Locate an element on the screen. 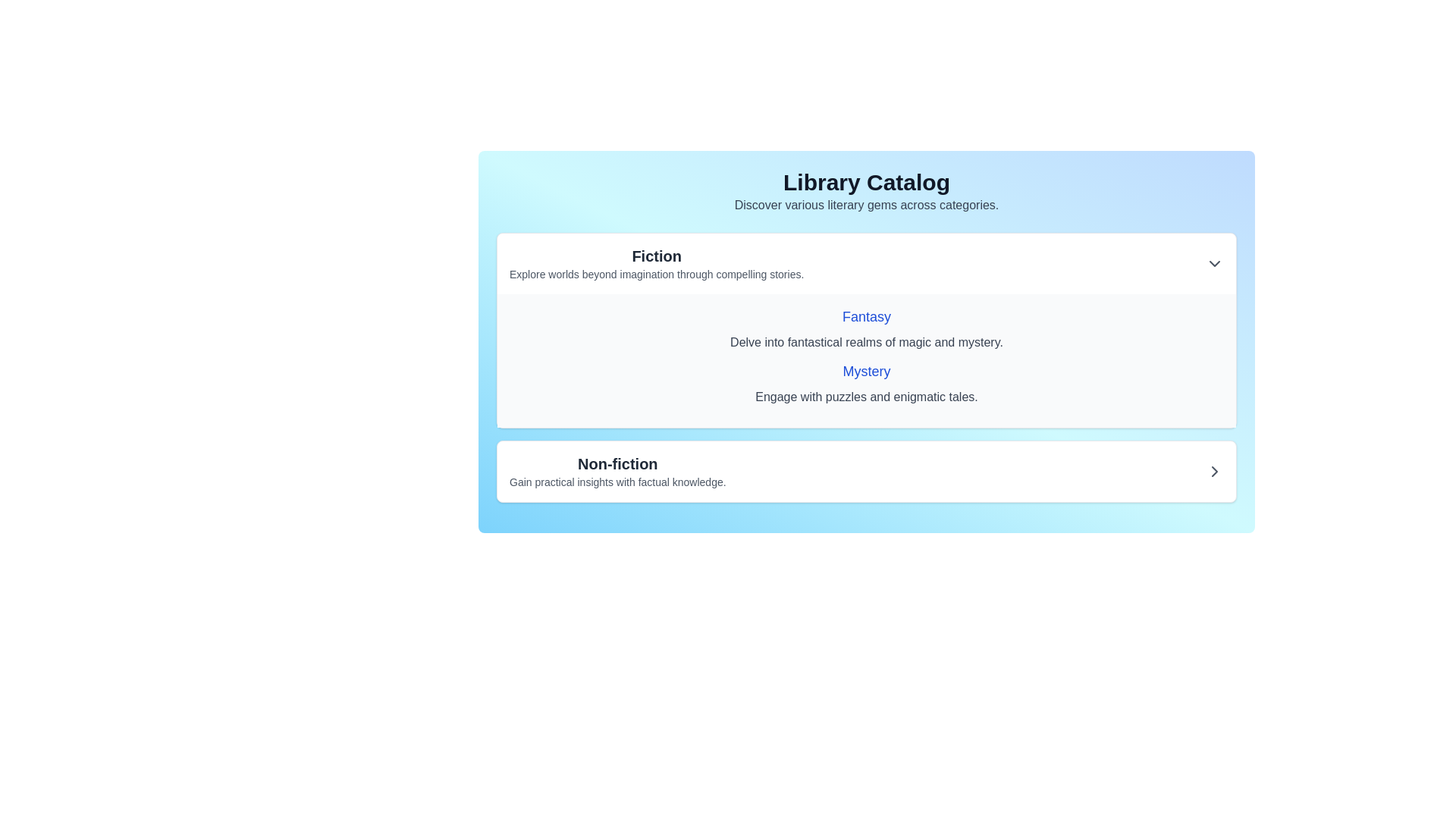 Image resolution: width=1456 pixels, height=819 pixels. the gray chevron-shaped SVG icon representing a right-facing arrow, located at the rightmost end of the 'Non-fiction' section is located at coordinates (1215, 470).